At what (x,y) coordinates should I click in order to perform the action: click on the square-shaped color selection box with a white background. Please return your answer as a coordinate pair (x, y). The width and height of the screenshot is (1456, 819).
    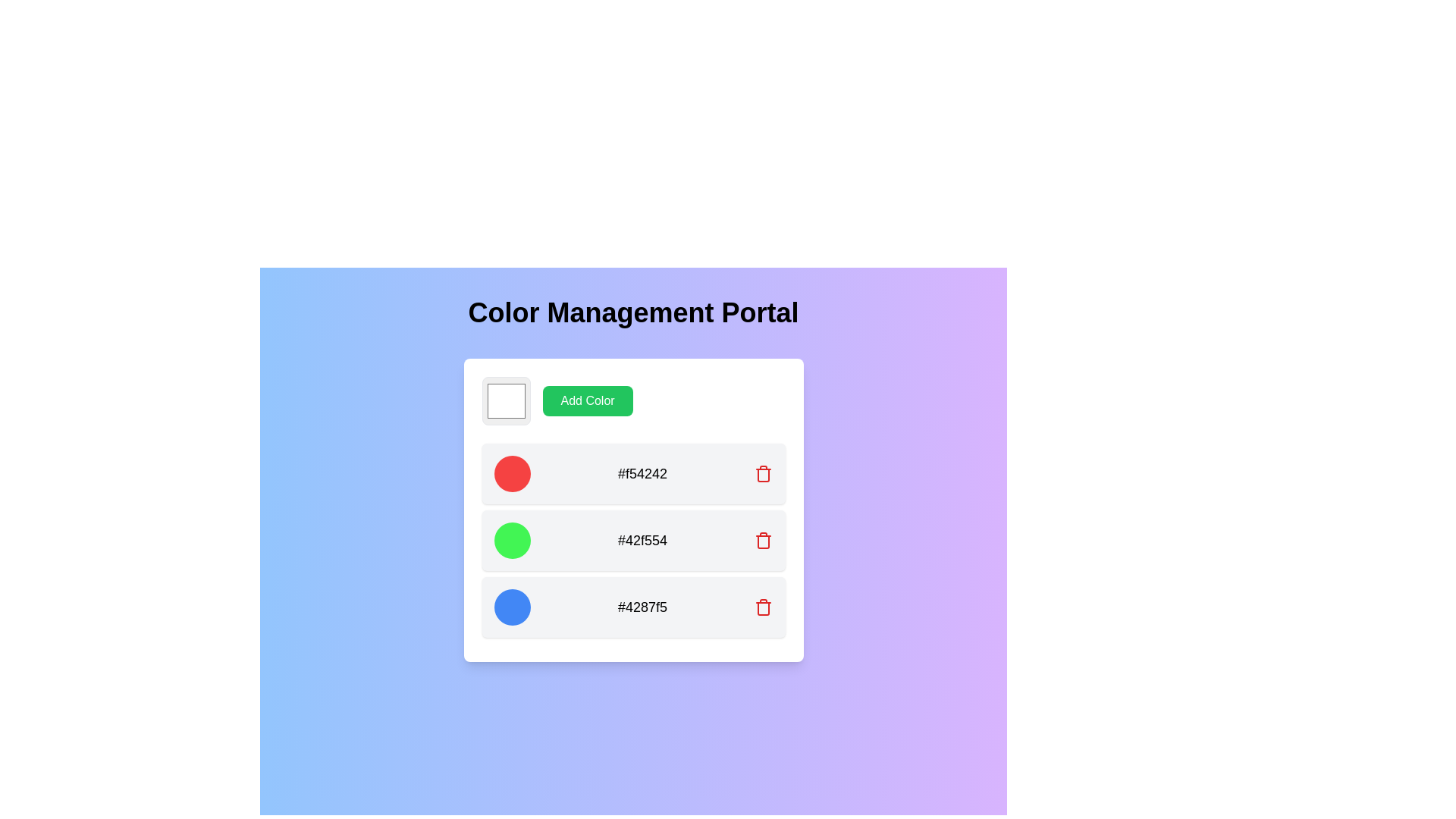
    Looking at the image, I should click on (506, 400).